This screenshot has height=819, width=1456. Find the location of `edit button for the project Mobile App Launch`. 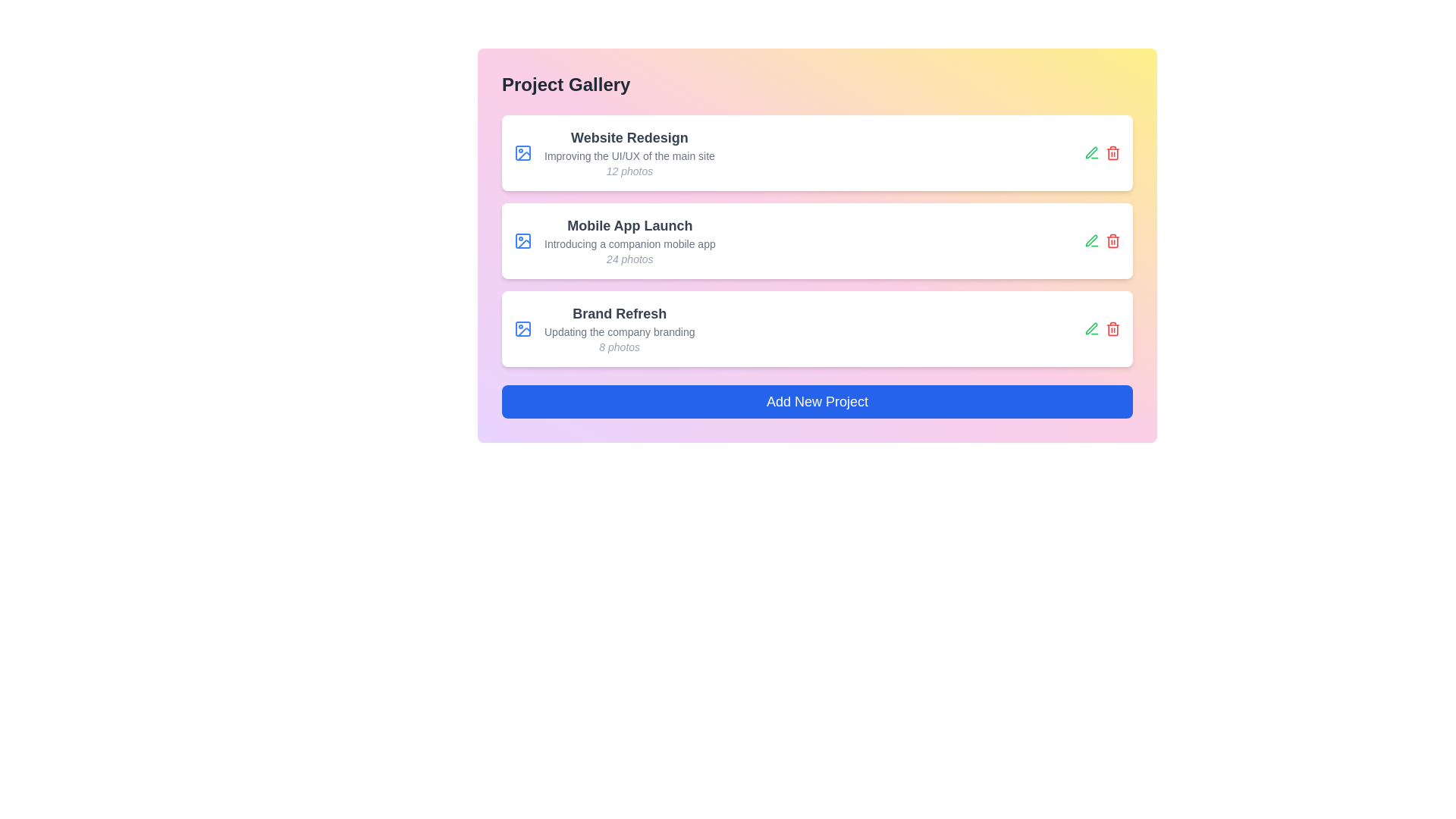

edit button for the project Mobile App Launch is located at coordinates (1092, 240).